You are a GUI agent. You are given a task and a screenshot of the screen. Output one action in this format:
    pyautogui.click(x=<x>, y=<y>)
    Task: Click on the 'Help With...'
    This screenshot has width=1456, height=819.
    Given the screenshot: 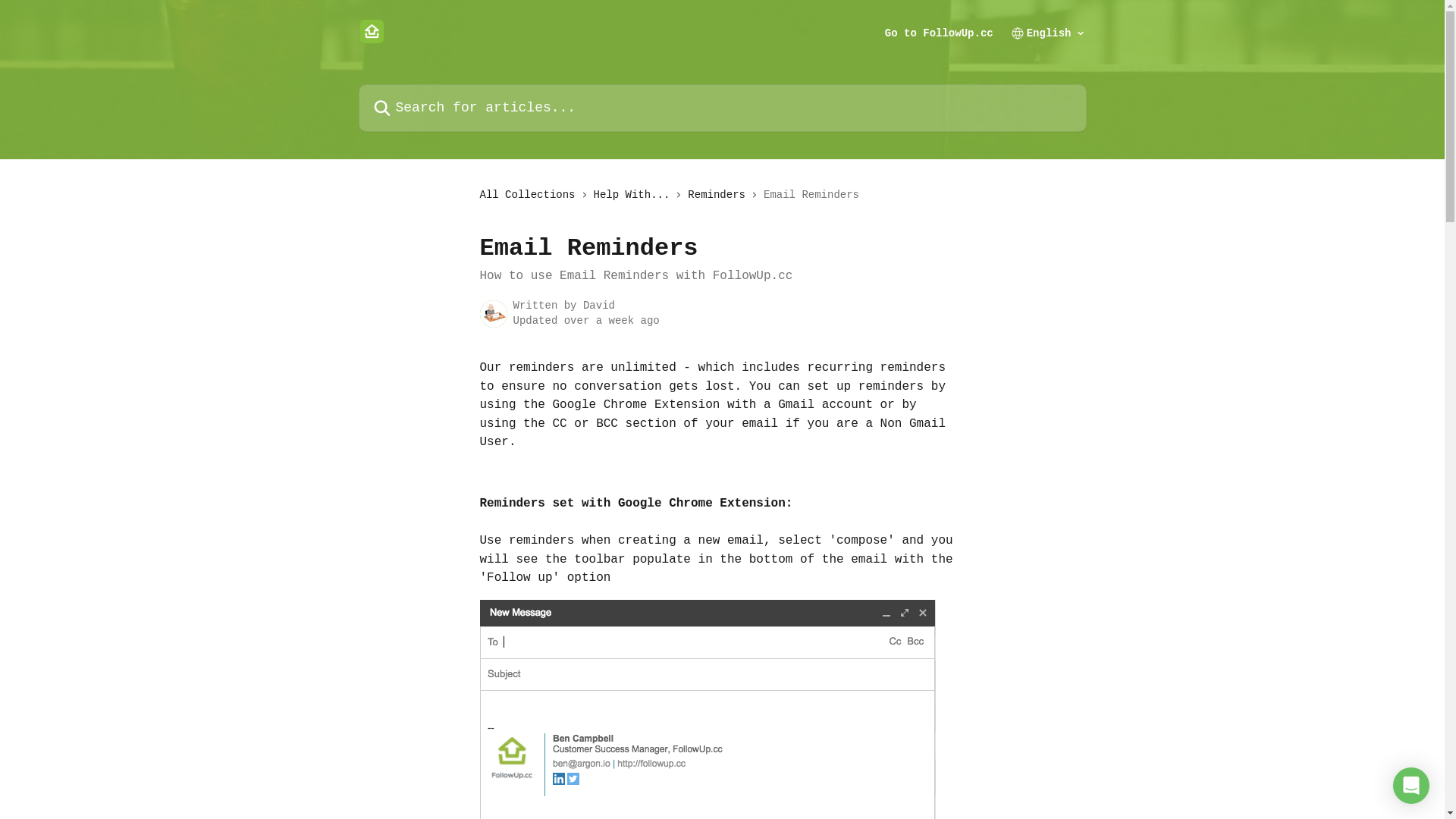 What is the action you would take?
    pyautogui.click(x=635, y=194)
    